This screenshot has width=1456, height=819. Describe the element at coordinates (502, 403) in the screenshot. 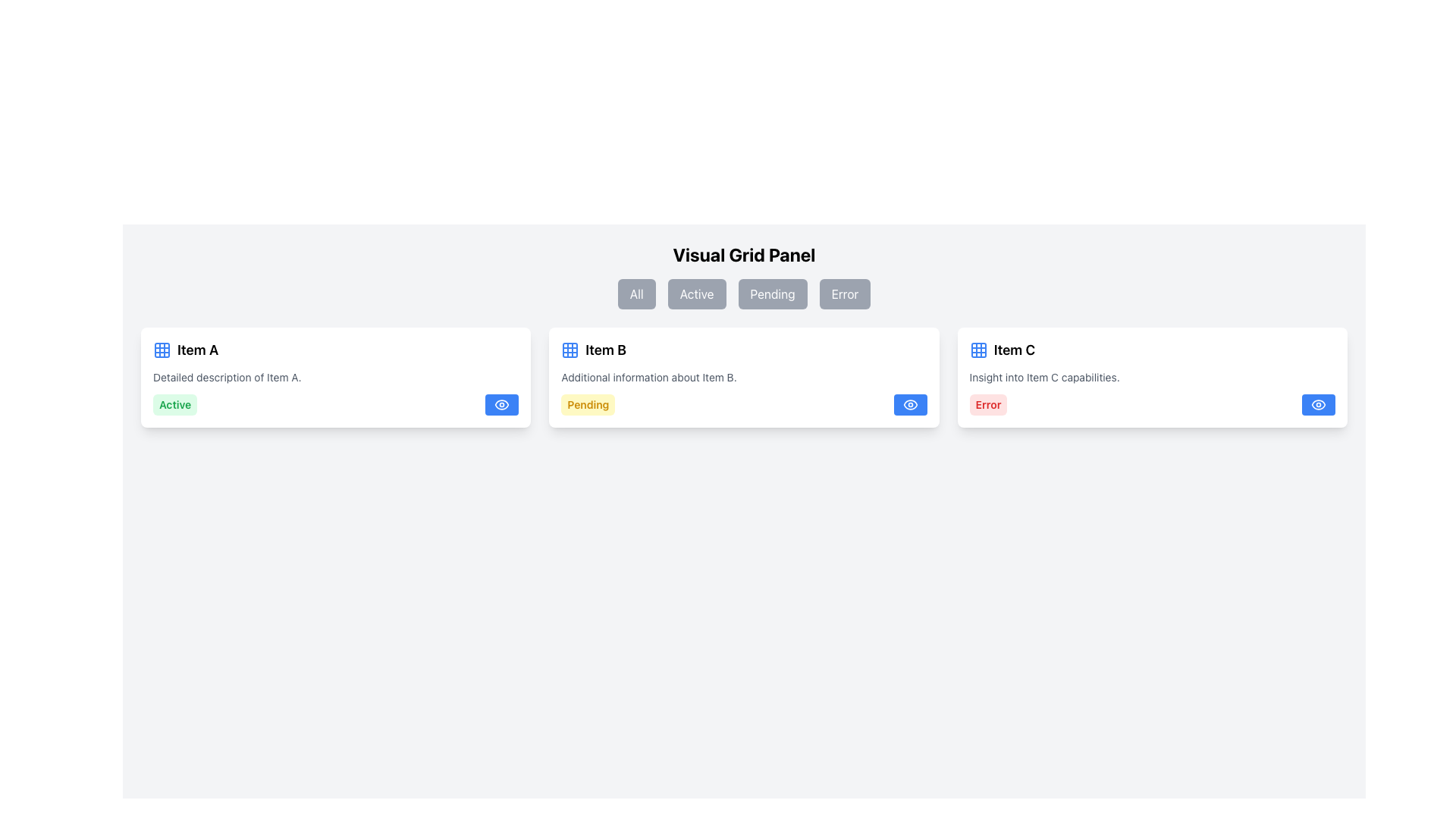

I see `the elliptical eye-like icon with a blue fill located at the bottom-right corner of the 'Item B' card` at that location.